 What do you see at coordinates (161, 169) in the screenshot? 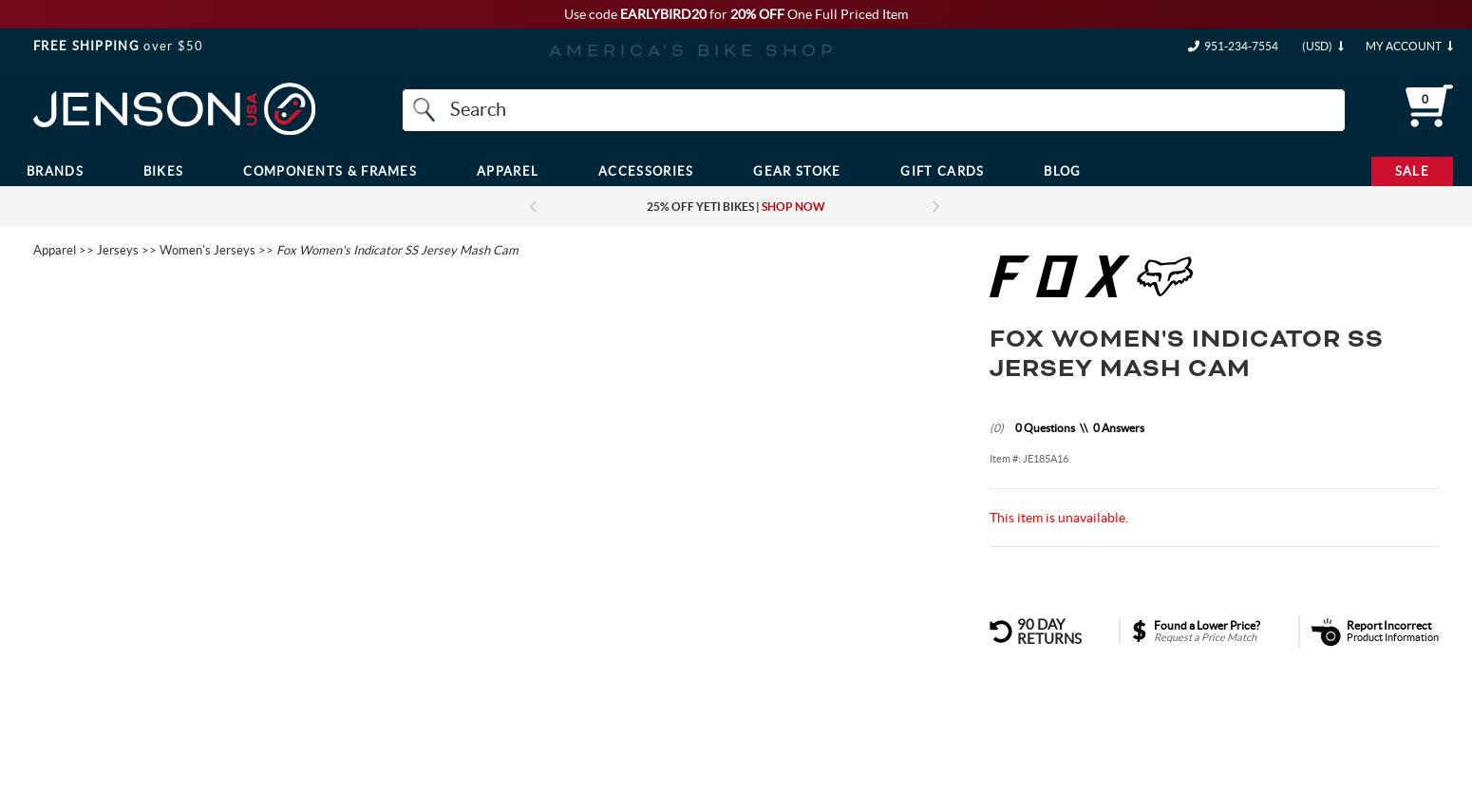
I see `'Bikes'` at bounding box center [161, 169].